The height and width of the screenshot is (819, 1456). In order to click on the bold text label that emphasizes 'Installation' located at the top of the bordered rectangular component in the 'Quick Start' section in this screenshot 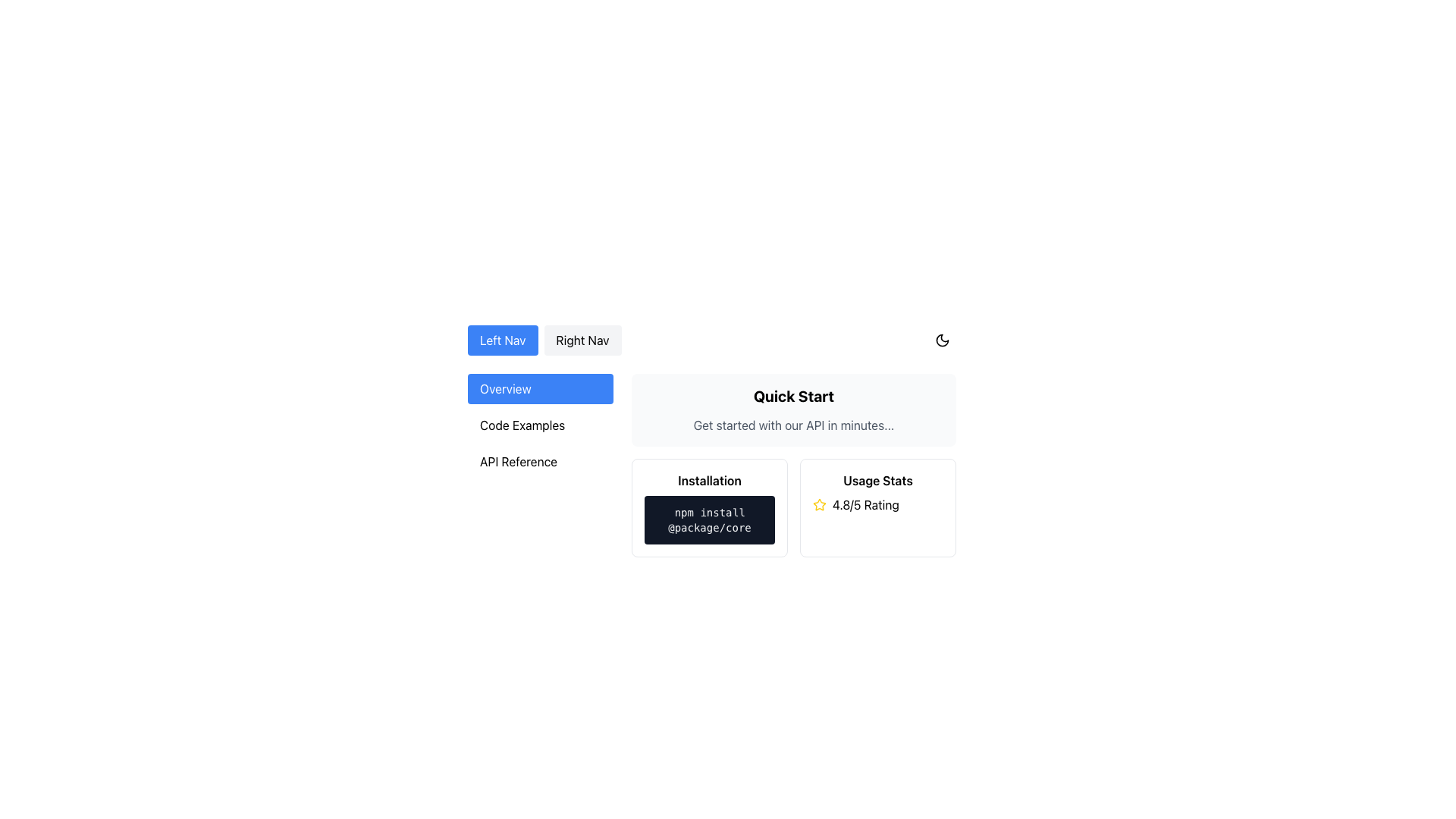, I will do `click(709, 480)`.